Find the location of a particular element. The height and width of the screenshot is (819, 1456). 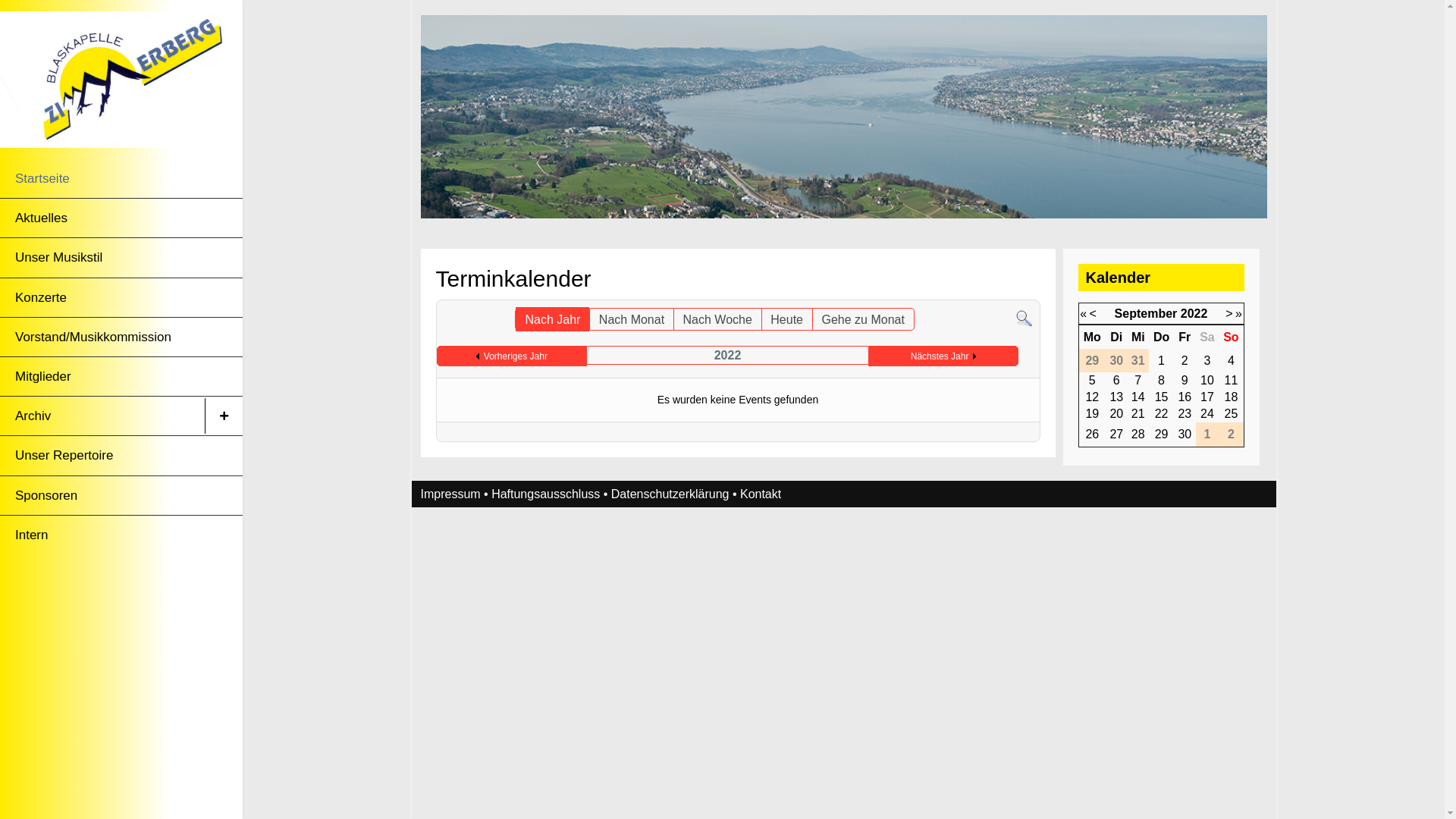

'27' is located at coordinates (1116, 434).